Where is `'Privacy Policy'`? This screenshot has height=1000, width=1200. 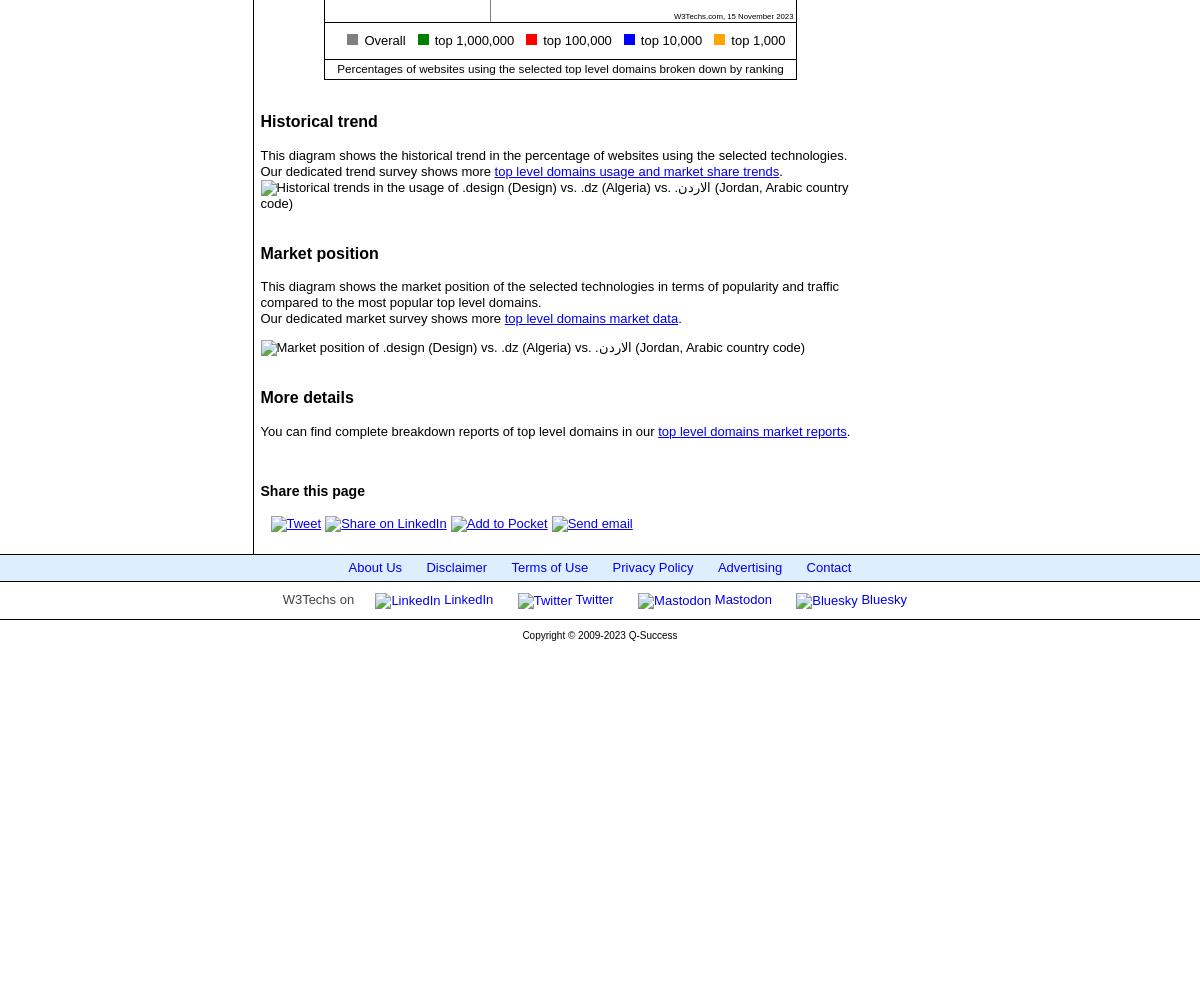
'Privacy Policy' is located at coordinates (652, 565).